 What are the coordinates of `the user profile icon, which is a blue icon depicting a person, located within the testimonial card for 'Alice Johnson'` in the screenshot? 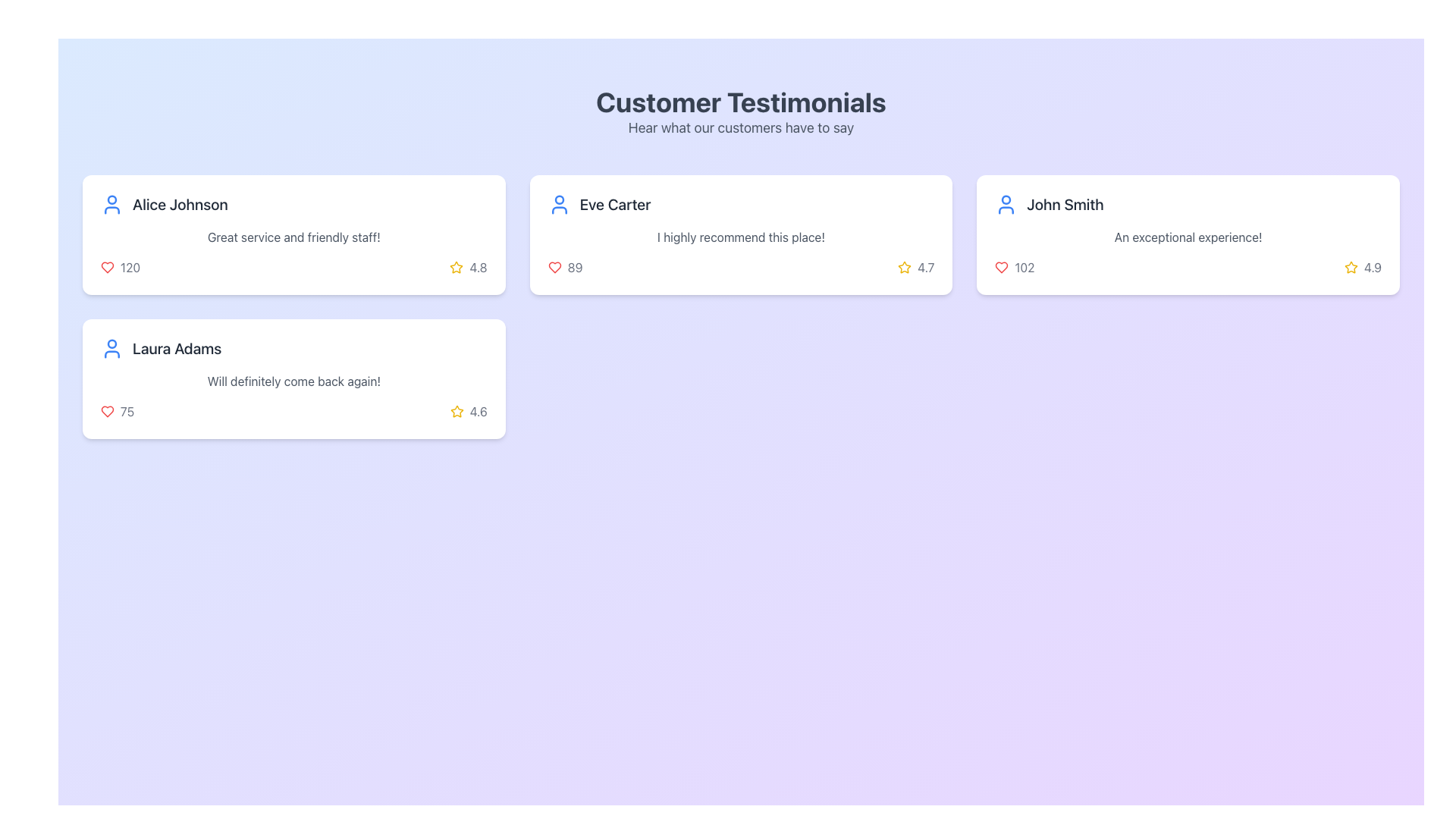 It's located at (111, 205).